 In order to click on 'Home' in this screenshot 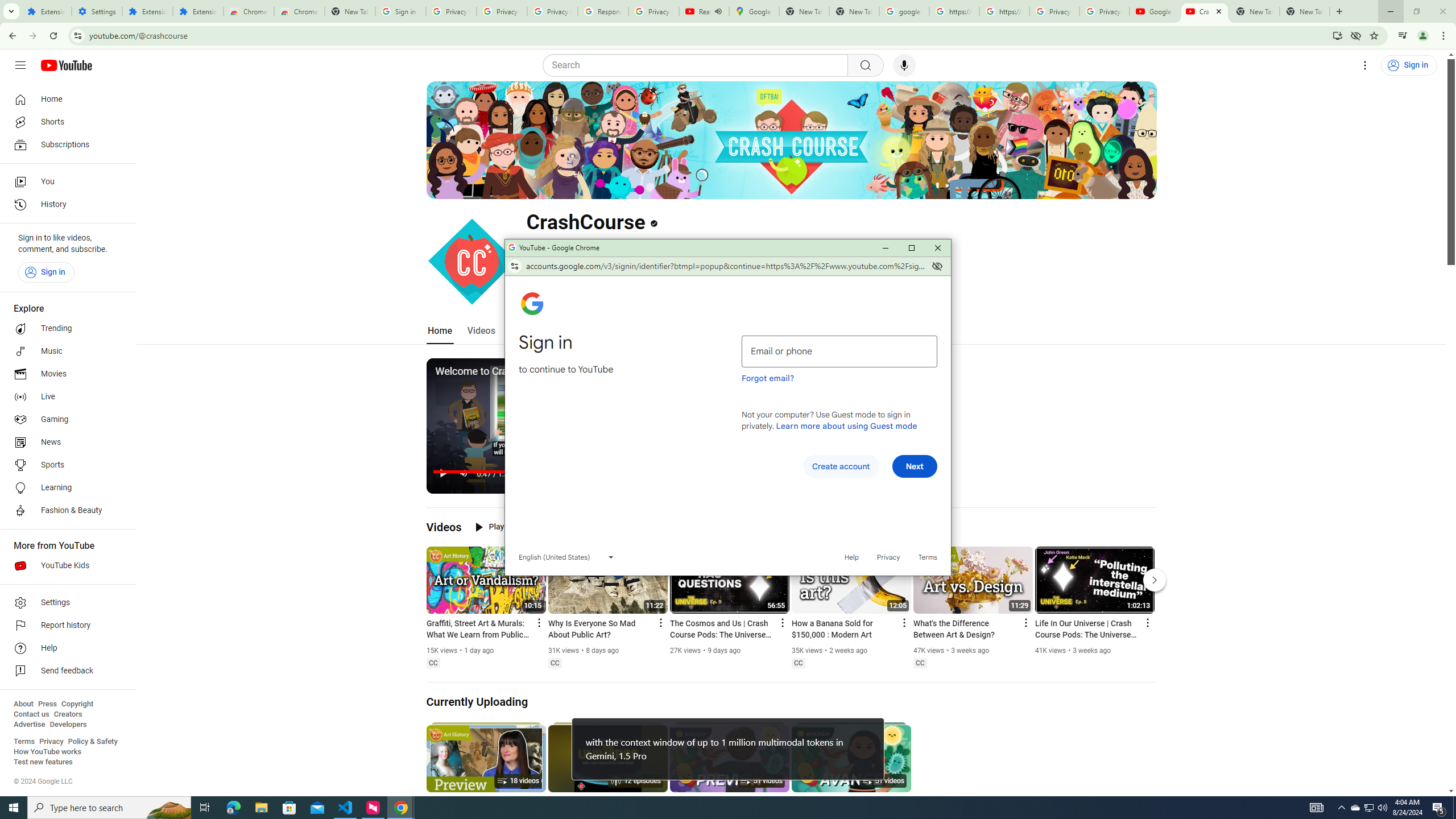, I will do `click(64, 98)`.